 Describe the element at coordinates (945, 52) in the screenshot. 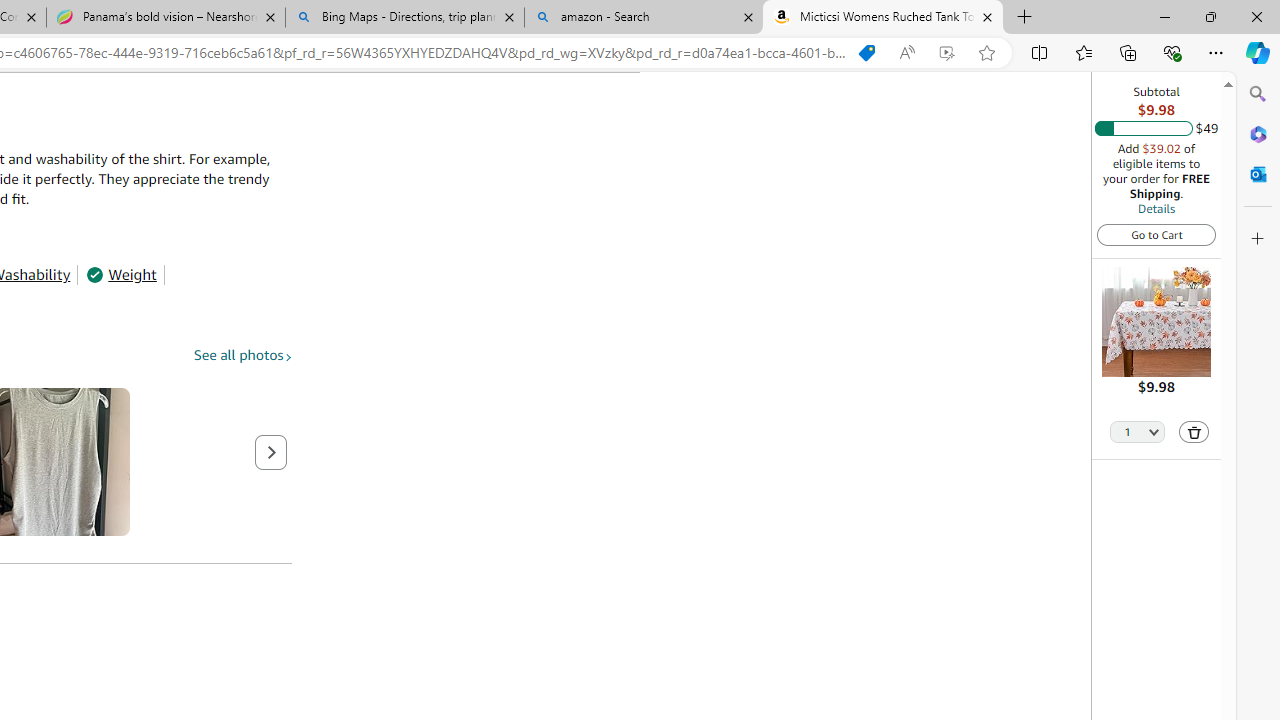

I see `'Enhance video'` at that location.